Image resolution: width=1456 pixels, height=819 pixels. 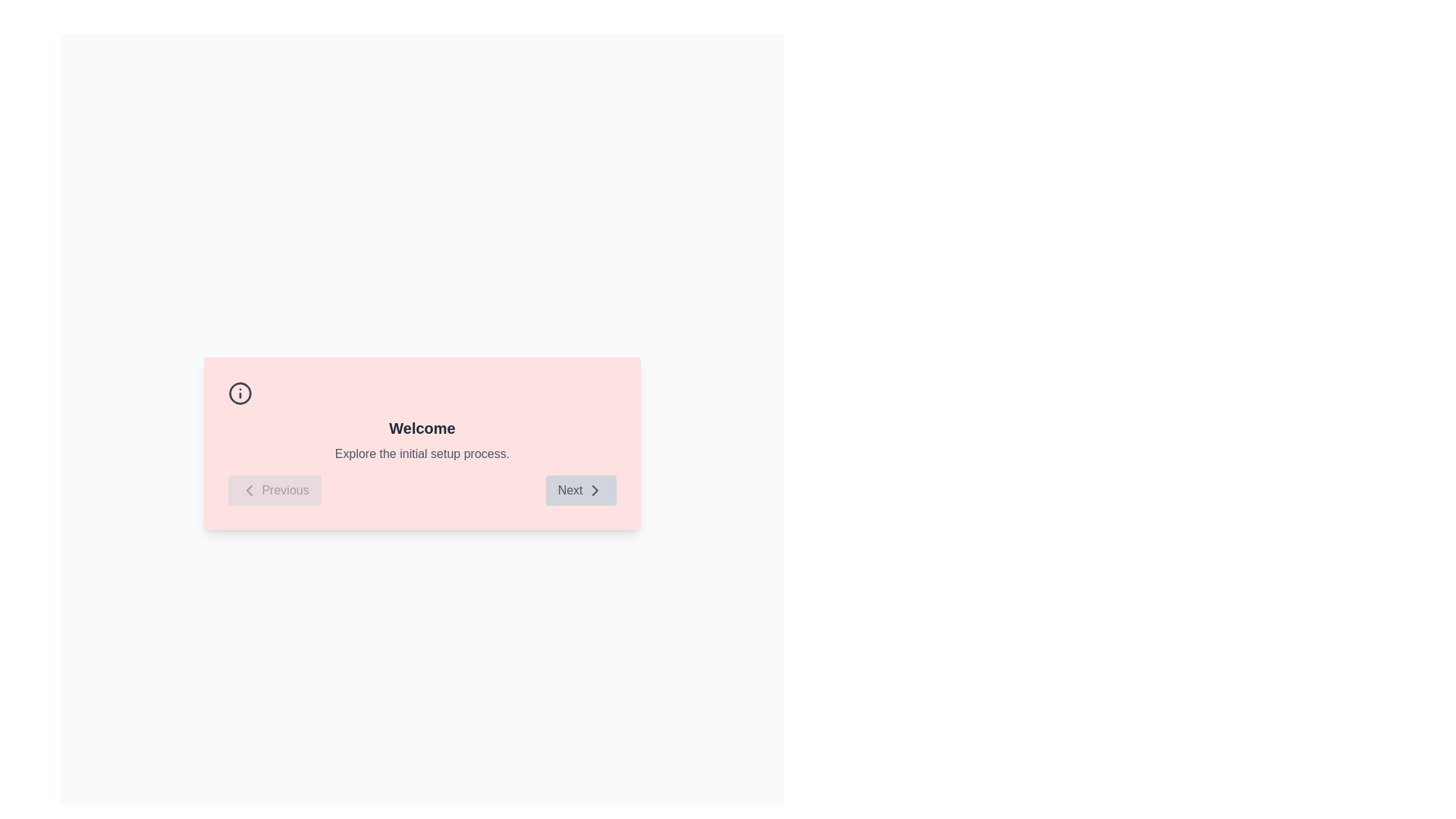 I want to click on the circular gray icon with an information symbol ('i') inside it, located at the upper-left corner of the card-like panel, so click(x=239, y=391).